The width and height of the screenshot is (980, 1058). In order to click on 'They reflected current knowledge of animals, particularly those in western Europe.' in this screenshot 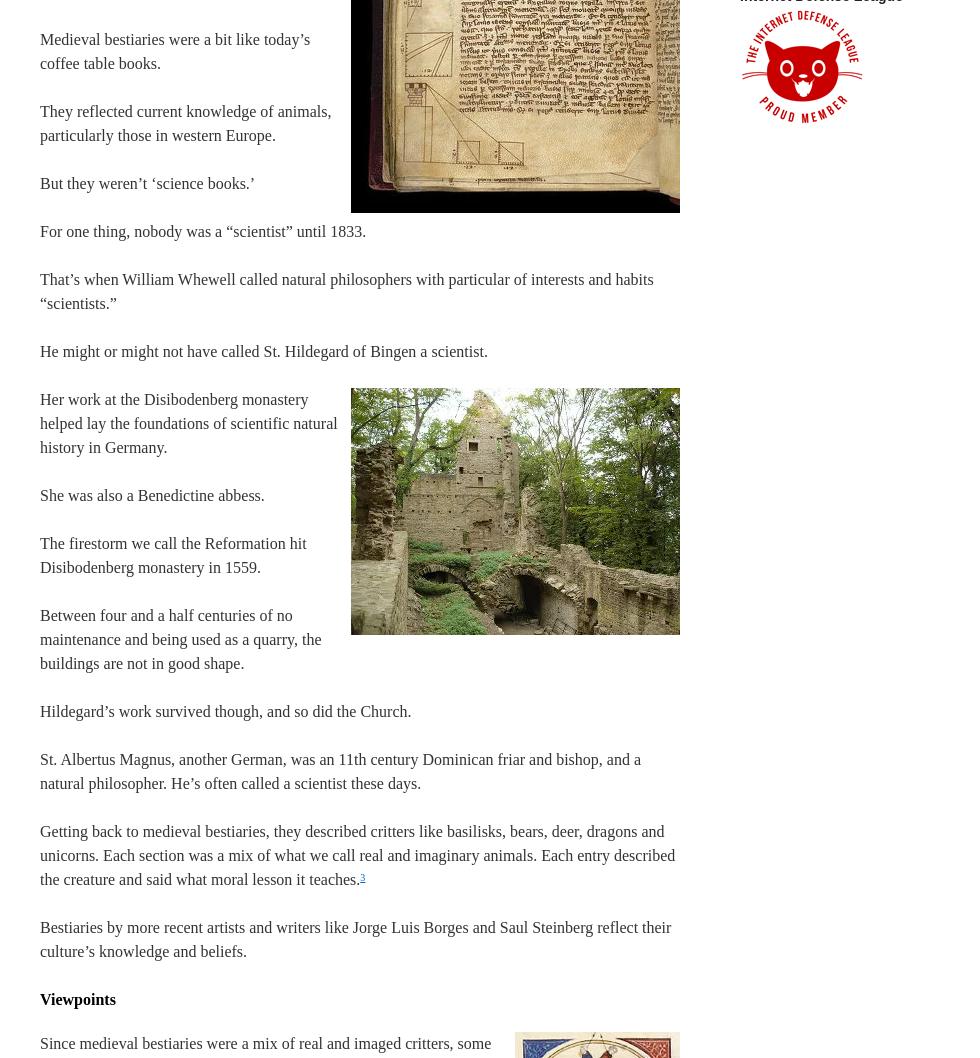, I will do `click(185, 122)`.